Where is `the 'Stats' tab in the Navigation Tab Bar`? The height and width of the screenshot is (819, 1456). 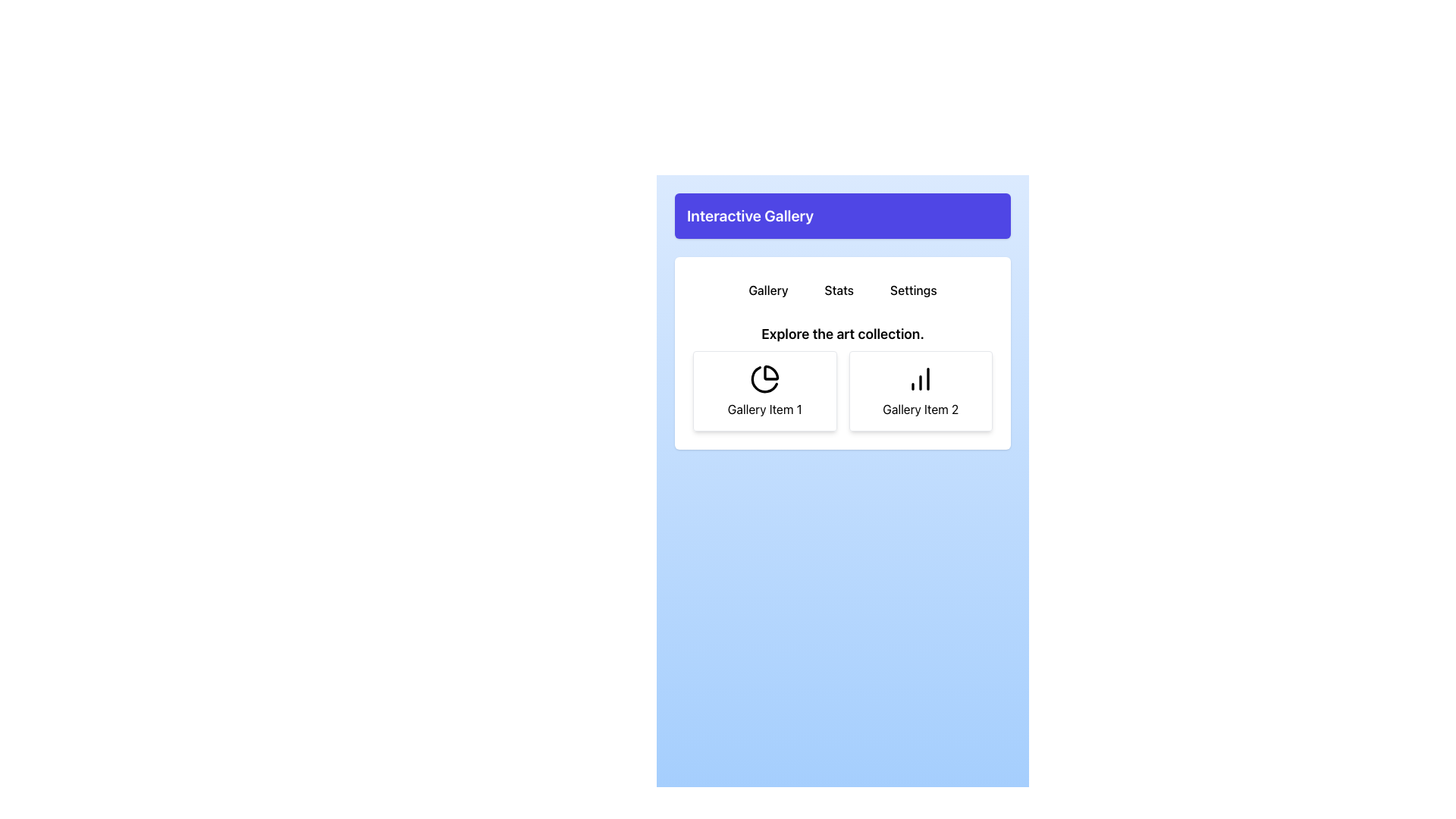 the 'Stats' tab in the Navigation Tab Bar is located at coordinates (842, 290).